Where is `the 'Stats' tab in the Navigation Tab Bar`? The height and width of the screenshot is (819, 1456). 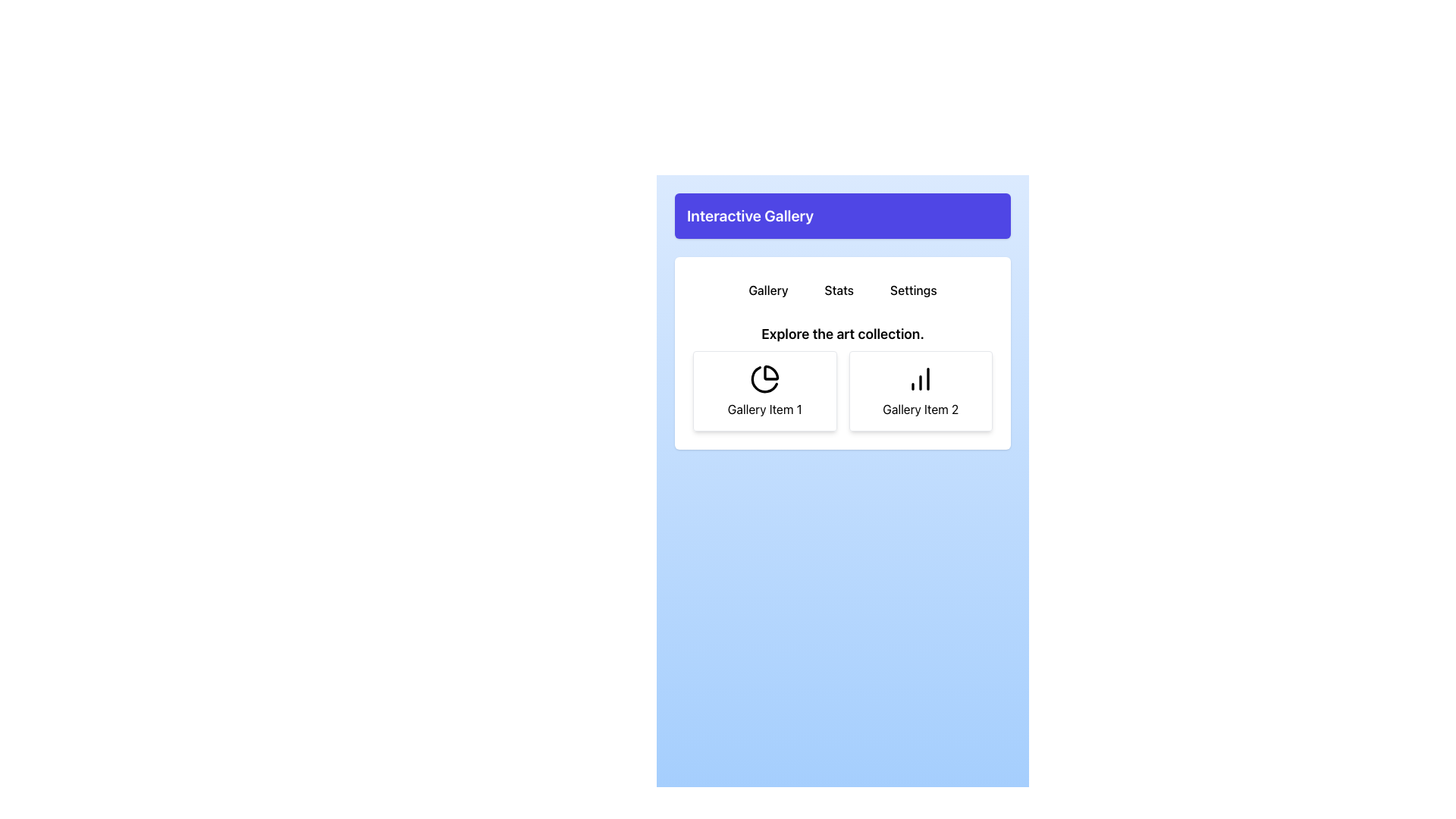 the 'Stats' tab in the Navigation Tab Bar is located at coordinates (842, 290).